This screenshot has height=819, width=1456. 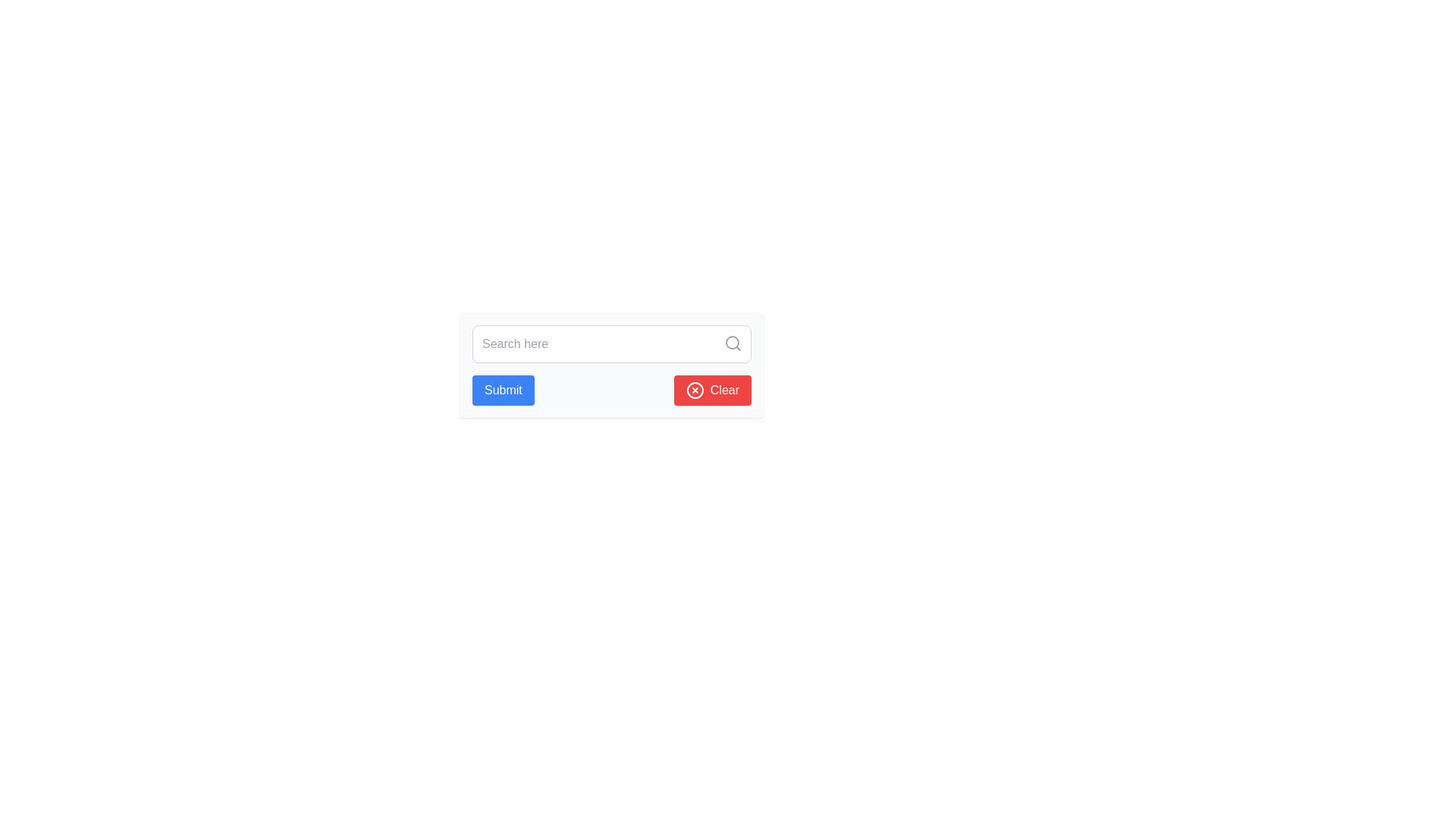 I want to click on the SVG circle element that is part of the search icon, located at the top-right corner of the input box, indicating search functionality, so click(x=732, y=342).